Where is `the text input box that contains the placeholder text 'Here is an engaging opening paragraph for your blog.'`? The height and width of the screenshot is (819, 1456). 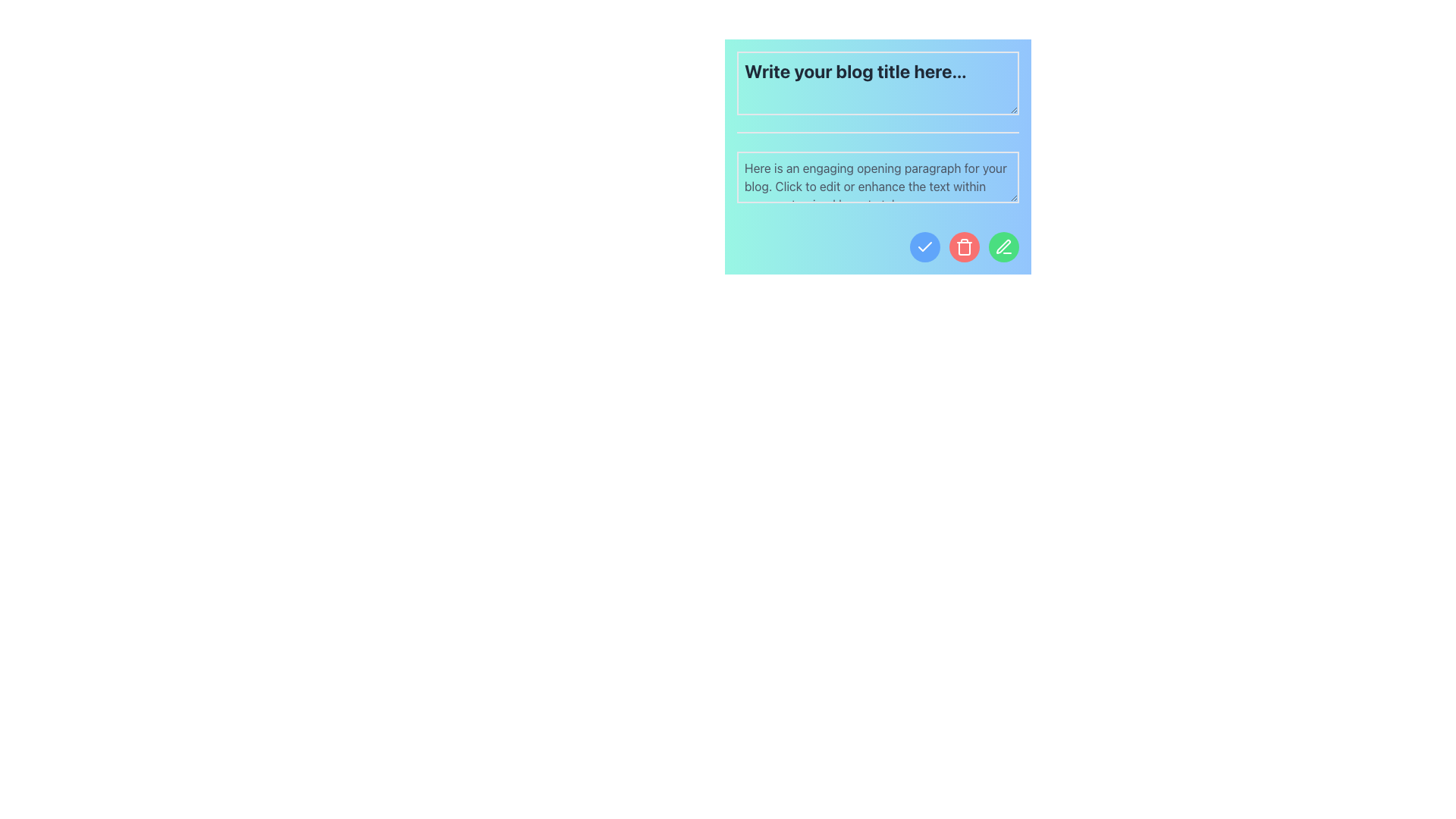
the text input box that contains the placeholder text 'Here is an engaging opening paragraph for your blog.' is located at coordinates (877, 157).